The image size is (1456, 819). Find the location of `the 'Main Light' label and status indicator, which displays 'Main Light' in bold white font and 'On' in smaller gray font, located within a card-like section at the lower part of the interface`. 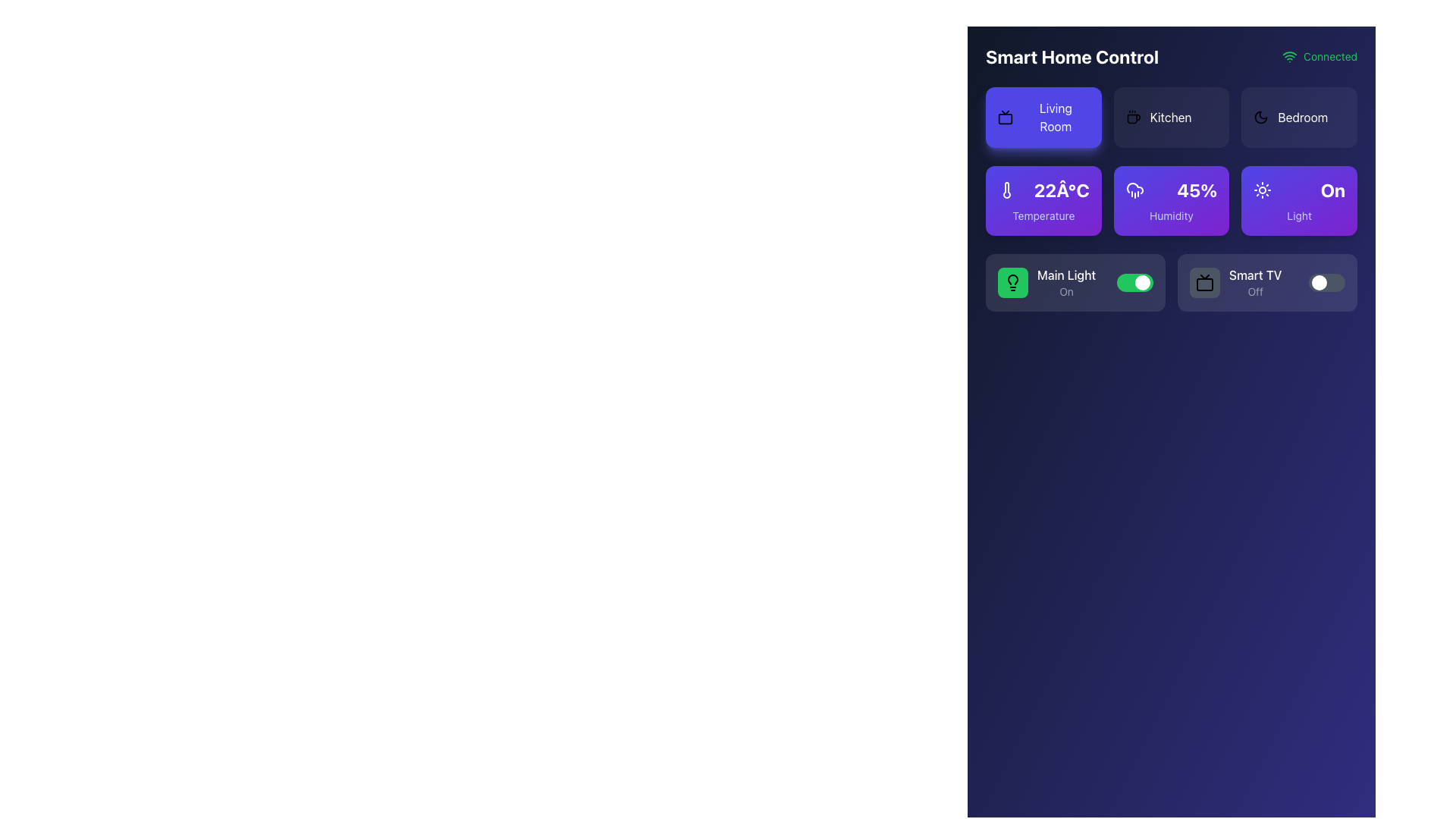

the 'Main Light' label and status indicator, which displays 'Main Light' in bold white font and 'On' in smaller gray font, located within a card-like section at the lower part of the interface is located at coordinates (1065, 283).